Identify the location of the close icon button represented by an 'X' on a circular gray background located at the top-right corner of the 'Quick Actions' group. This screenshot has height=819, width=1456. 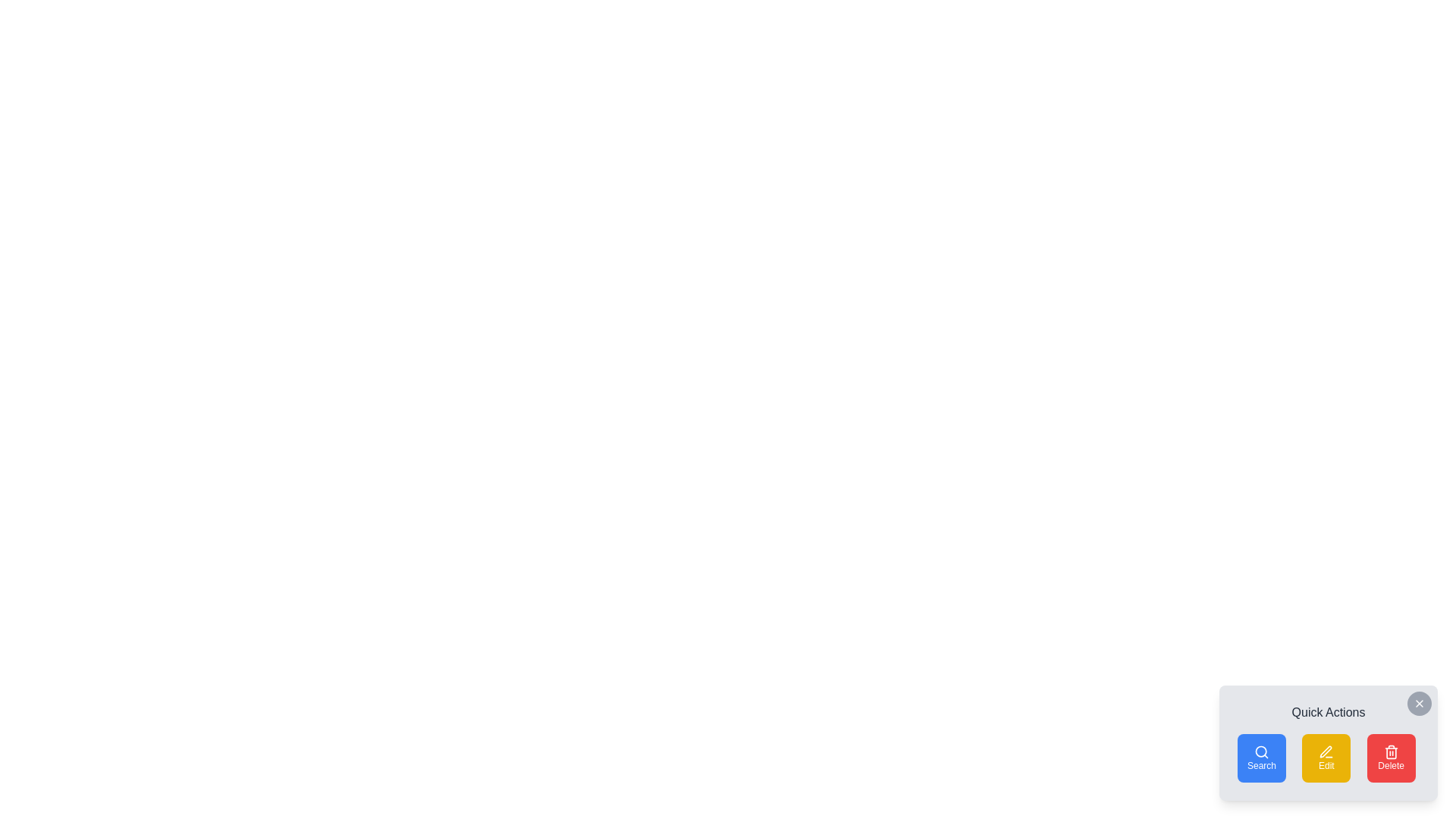
(1419, 704).